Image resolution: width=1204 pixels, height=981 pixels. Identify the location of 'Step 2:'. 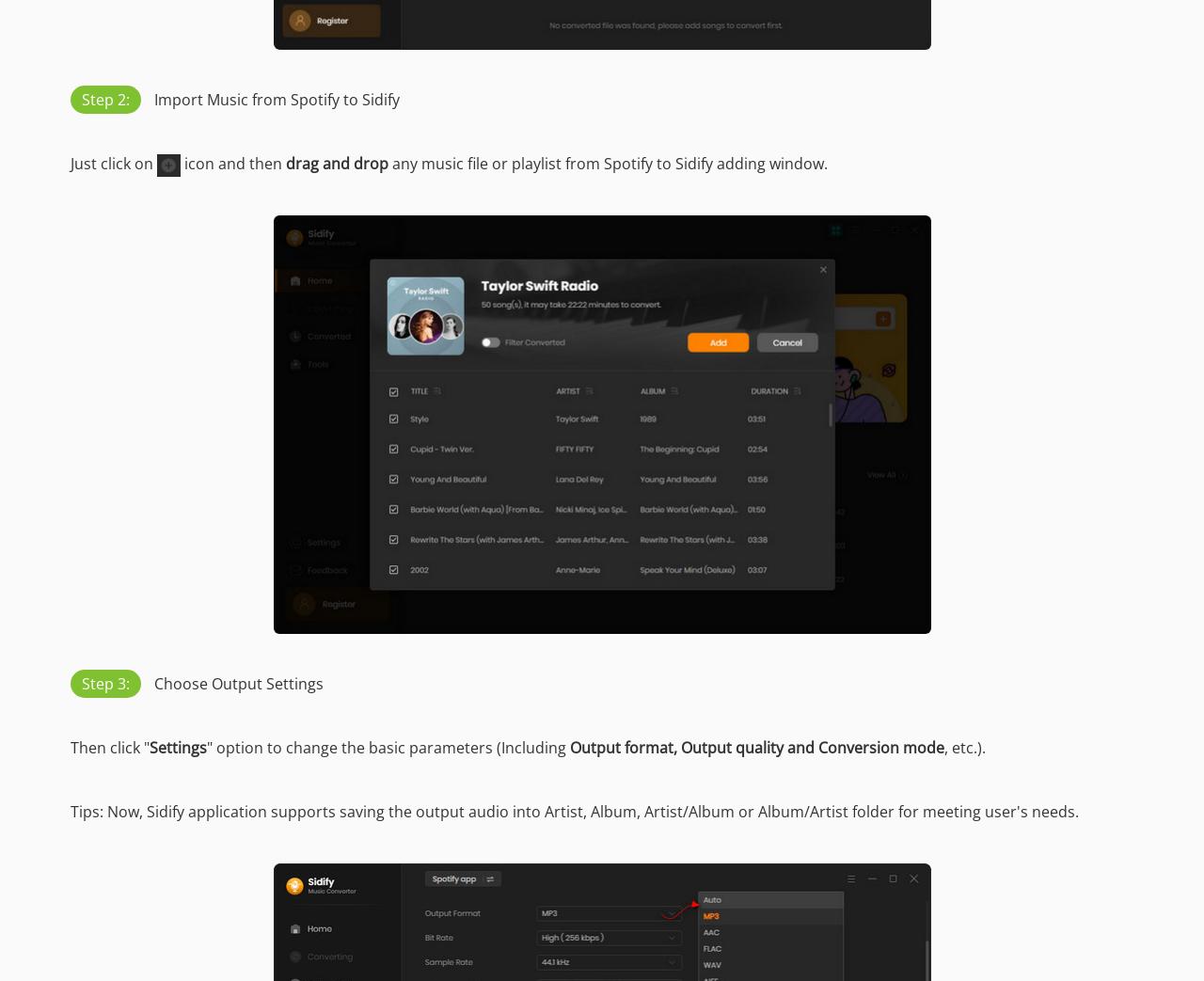
(104, 99).